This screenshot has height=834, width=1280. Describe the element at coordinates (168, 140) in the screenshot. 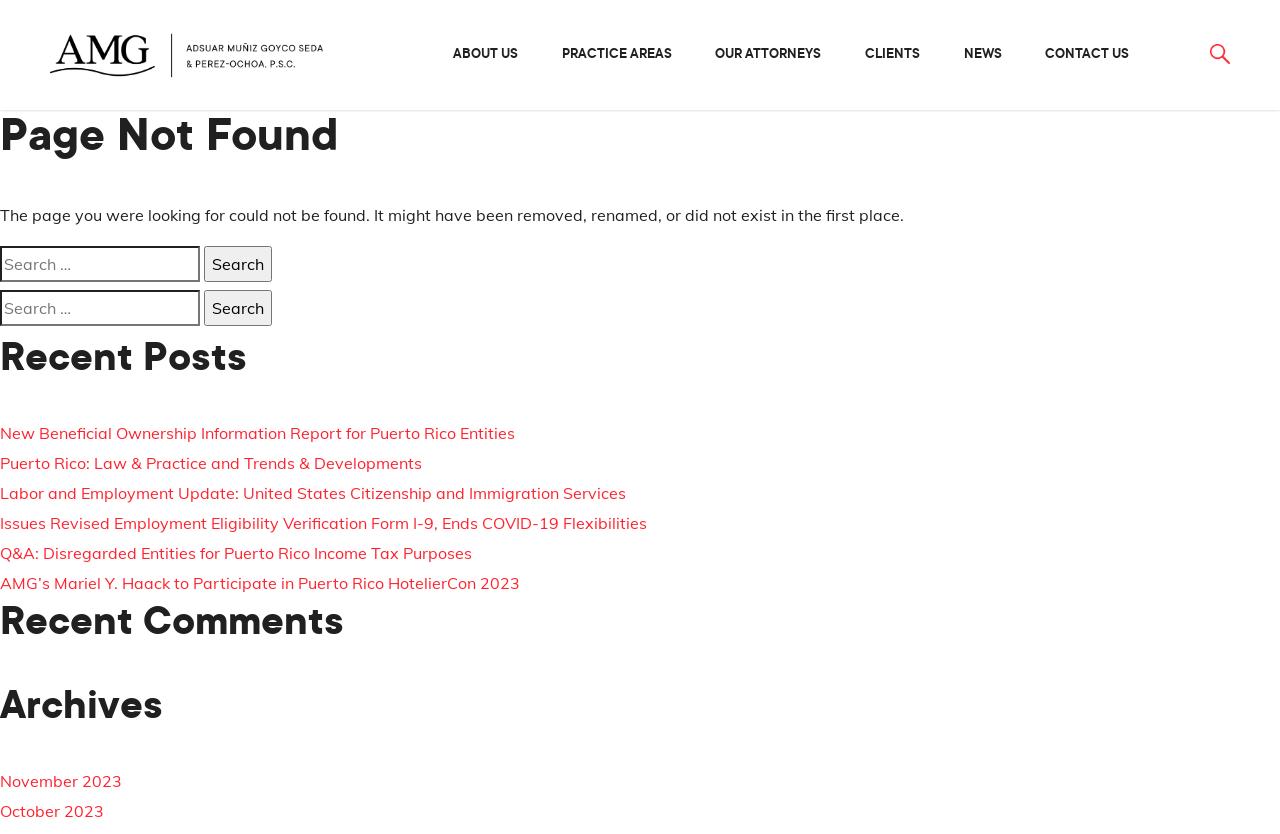

I see `'Page Not Found'` at that location.